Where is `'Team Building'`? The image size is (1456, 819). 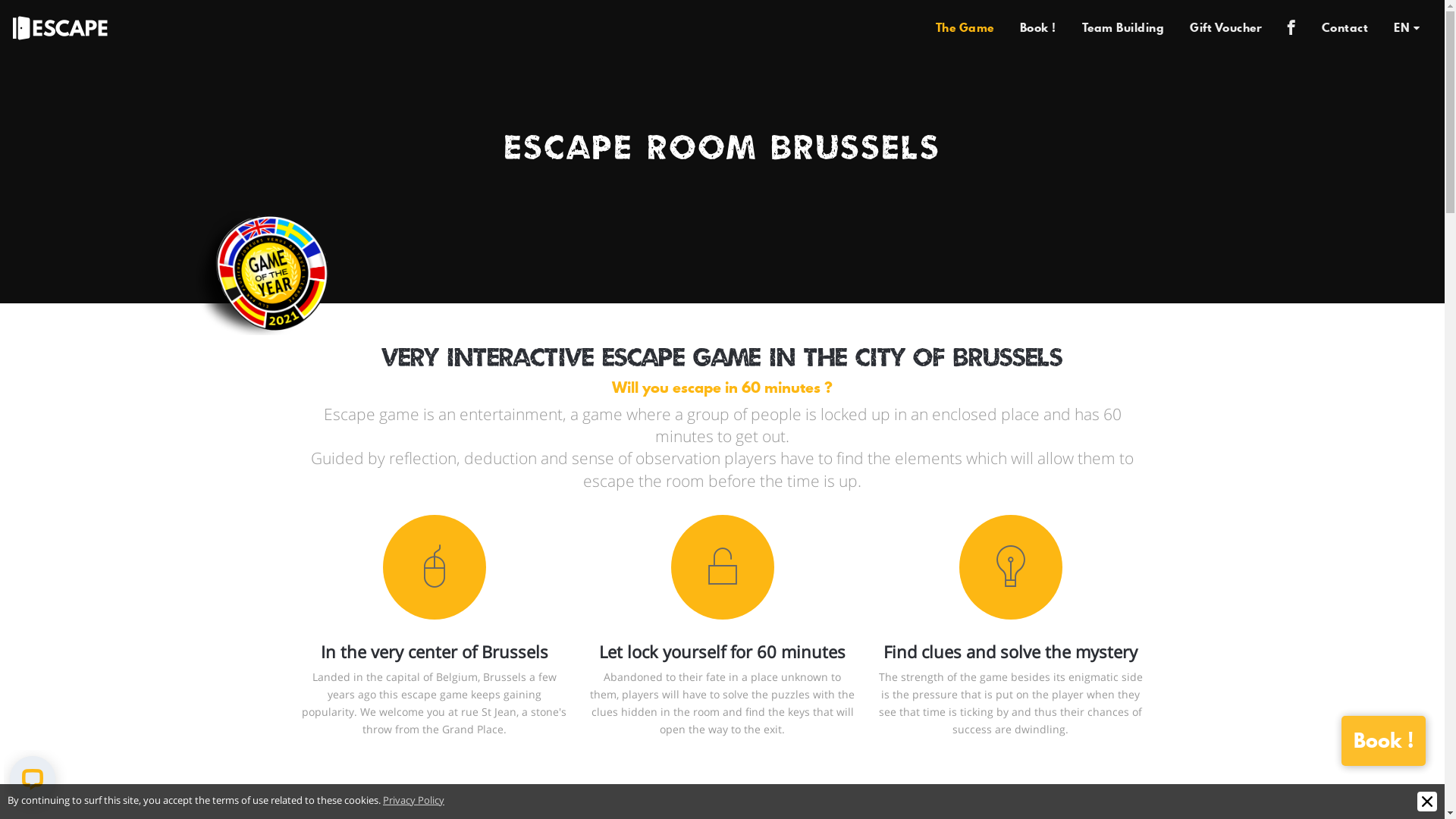
'Team Building' is located at coordinates (1069, 27).